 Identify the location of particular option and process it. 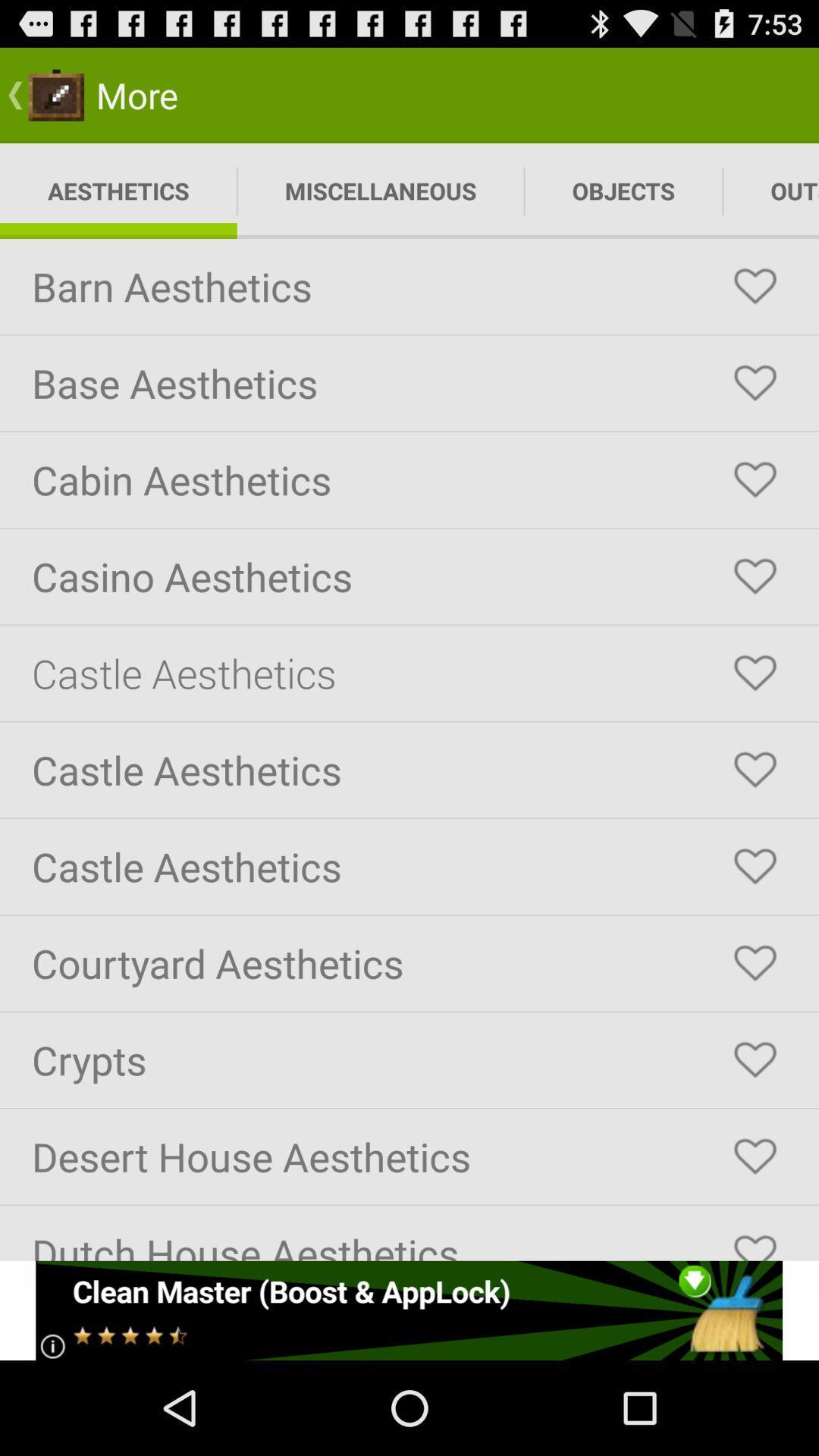
(755, 1059).